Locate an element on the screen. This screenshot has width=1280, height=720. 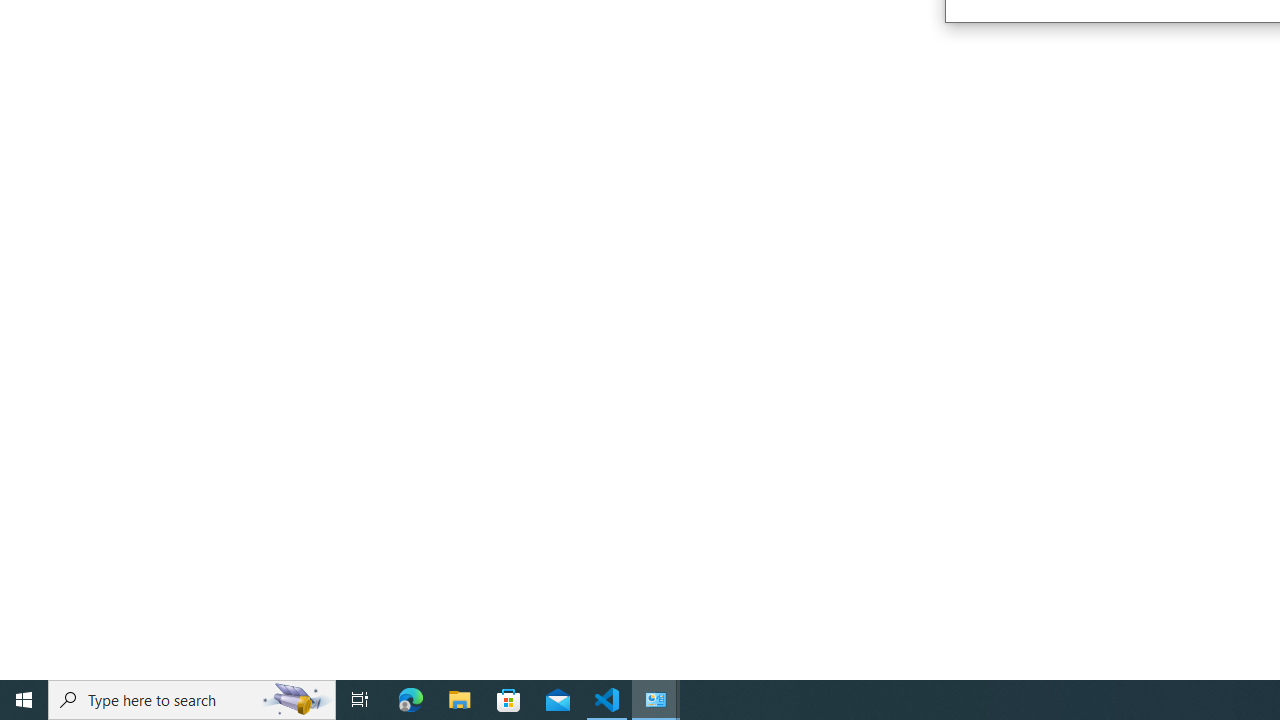
'Search highlights icon opens search home window' is located at coordinates (294, 698).